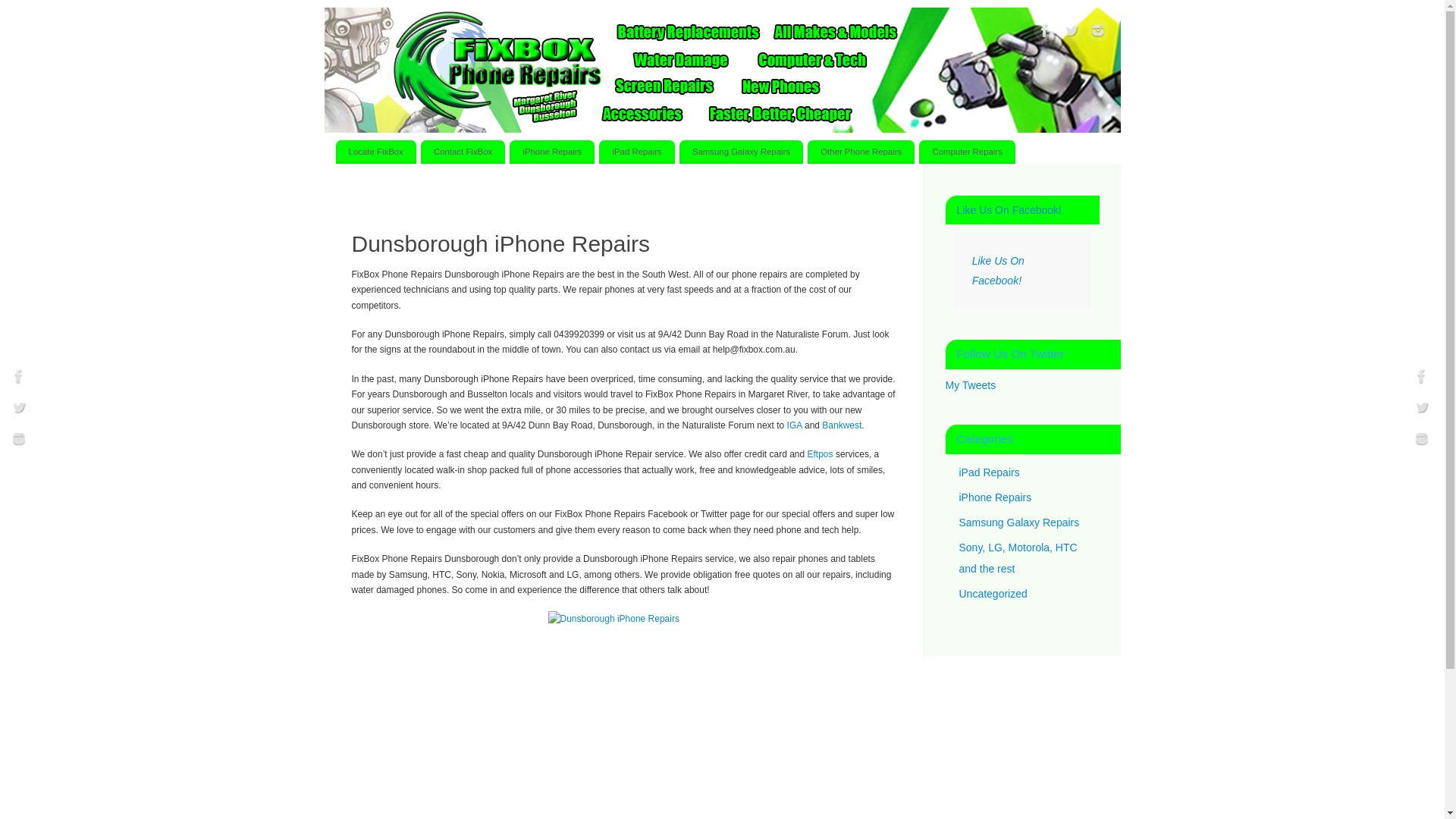  What do you see at coordinates (741, 152) in the screenshot?
I see `'Samsung Galaxy Repairs'` at bounding box center [741, 152].